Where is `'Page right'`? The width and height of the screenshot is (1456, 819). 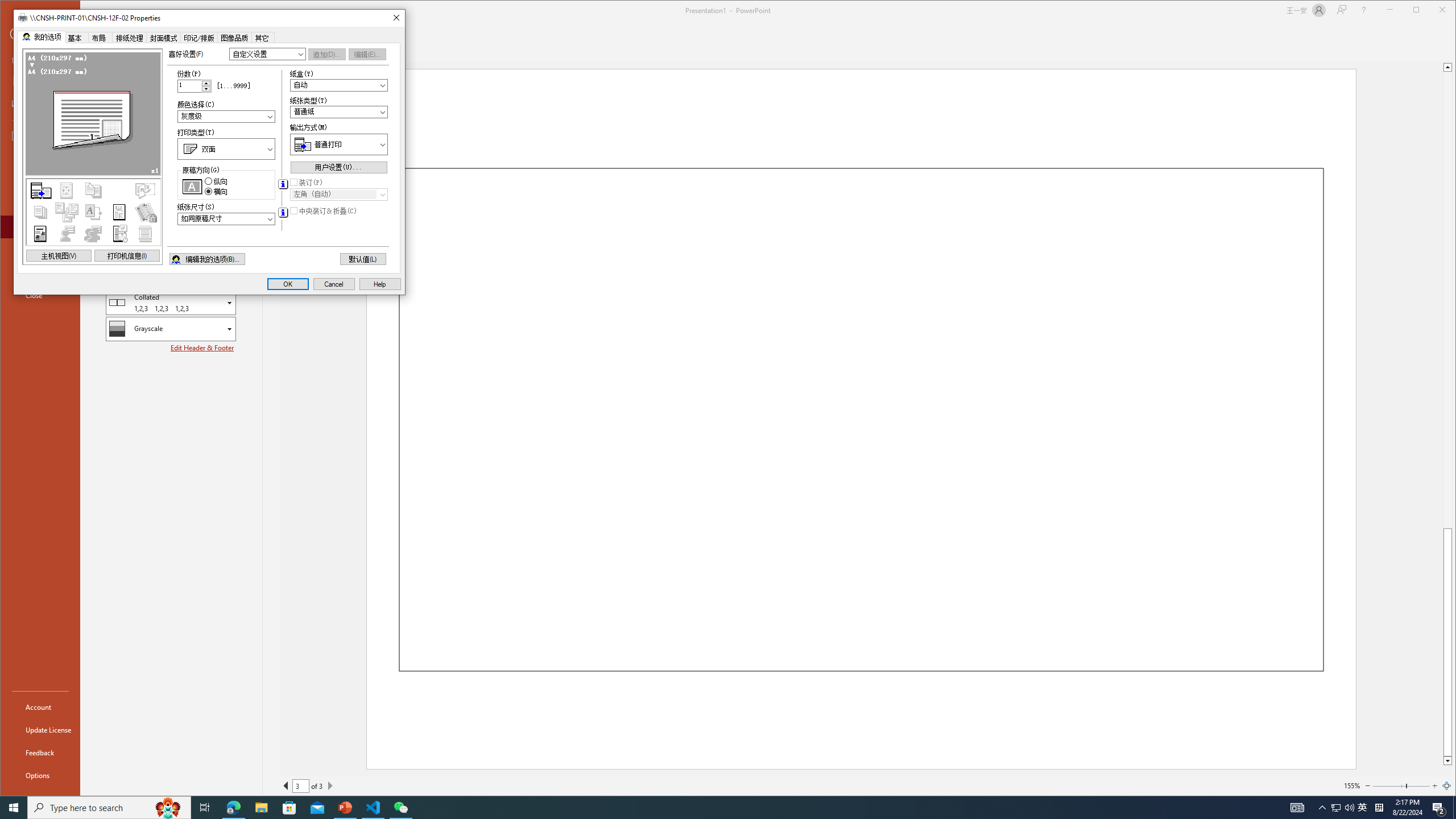
'Page right' is located at coordinates (1418, 785).